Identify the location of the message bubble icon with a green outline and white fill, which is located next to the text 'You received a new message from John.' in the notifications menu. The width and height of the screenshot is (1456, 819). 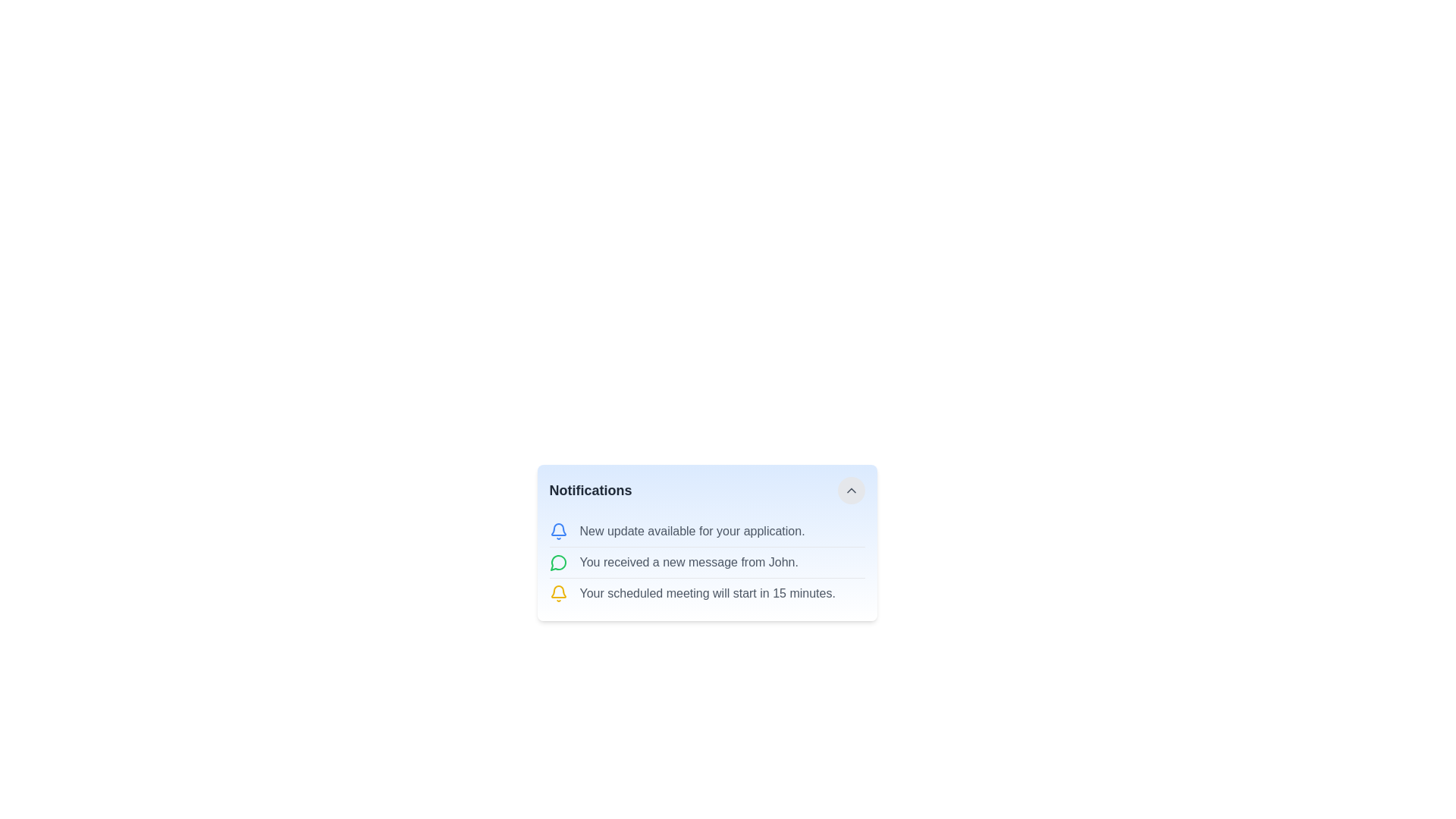
(557, 562).